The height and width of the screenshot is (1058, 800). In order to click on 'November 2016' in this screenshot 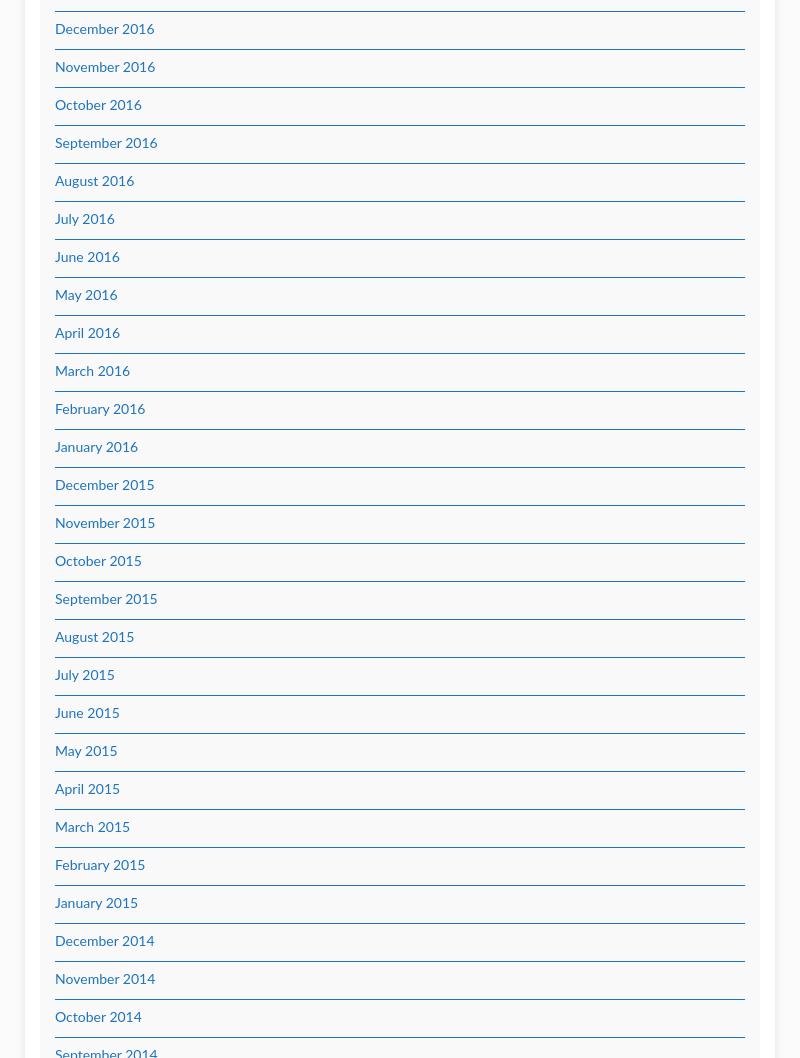, I will do `click(54, 68)`.